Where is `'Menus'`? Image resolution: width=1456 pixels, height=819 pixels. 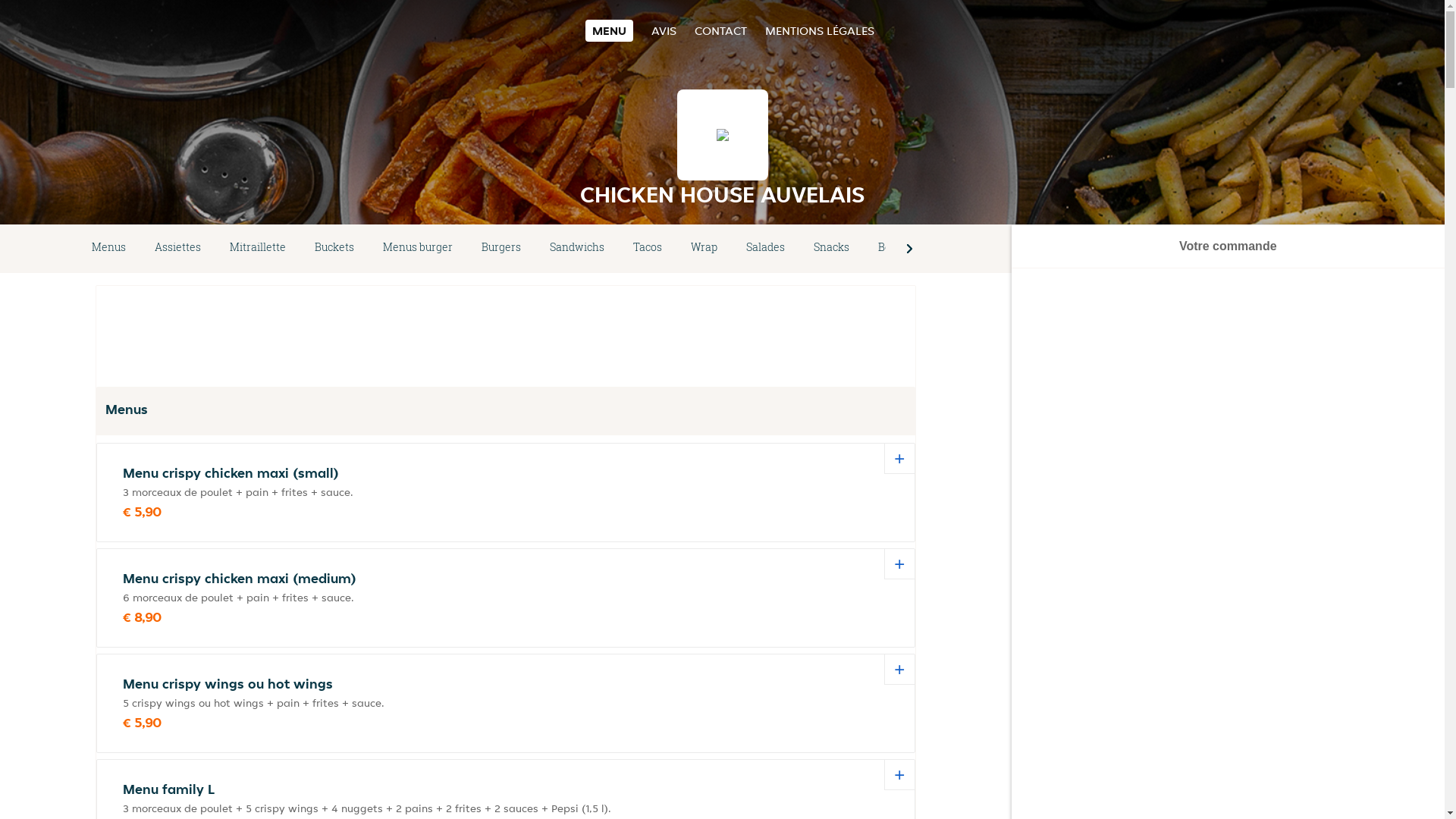
'Menus' is located at coordinates (76, 247).